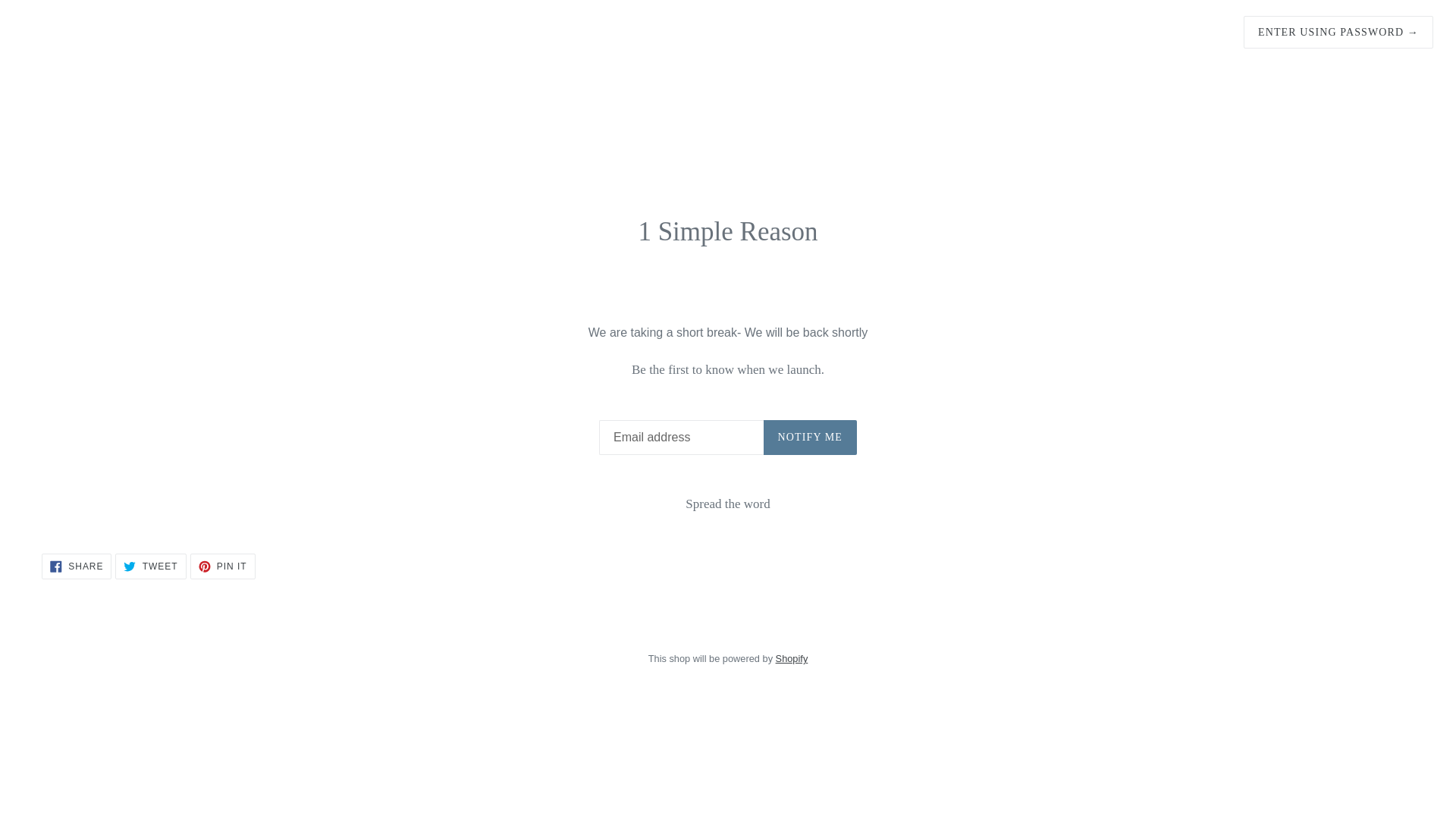 The height and width of the screenshot is (819, 1456). Describe the element at coordinates (150, 566) in the screenshot. I see `'TWEET` at that location.